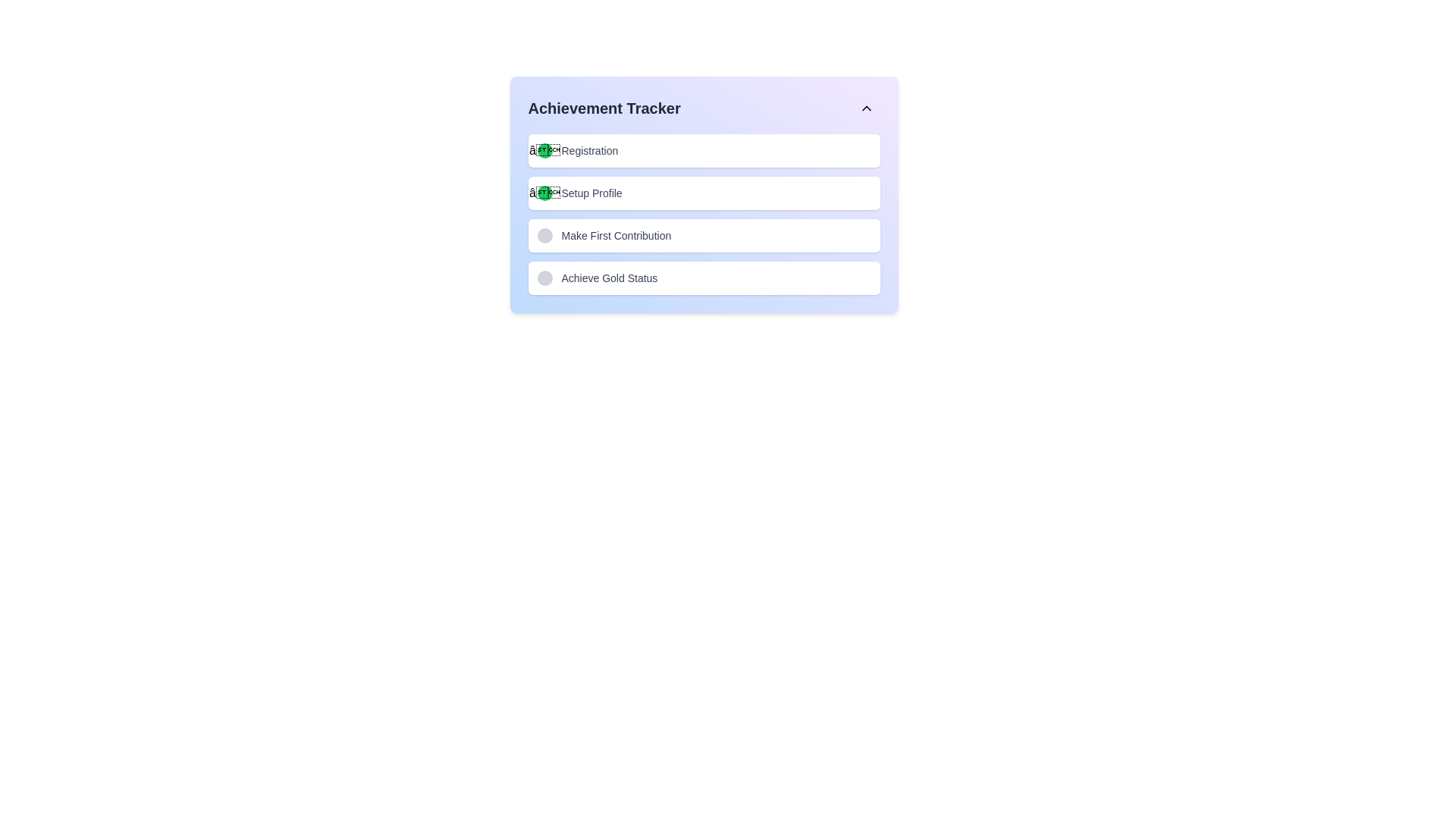 Image resolution: width=1456 pixels, height=819 pixels. I want to click on the icon embedded within the button at the top-right corner of the 'Achievement Tracker' card, so click(866, 107).